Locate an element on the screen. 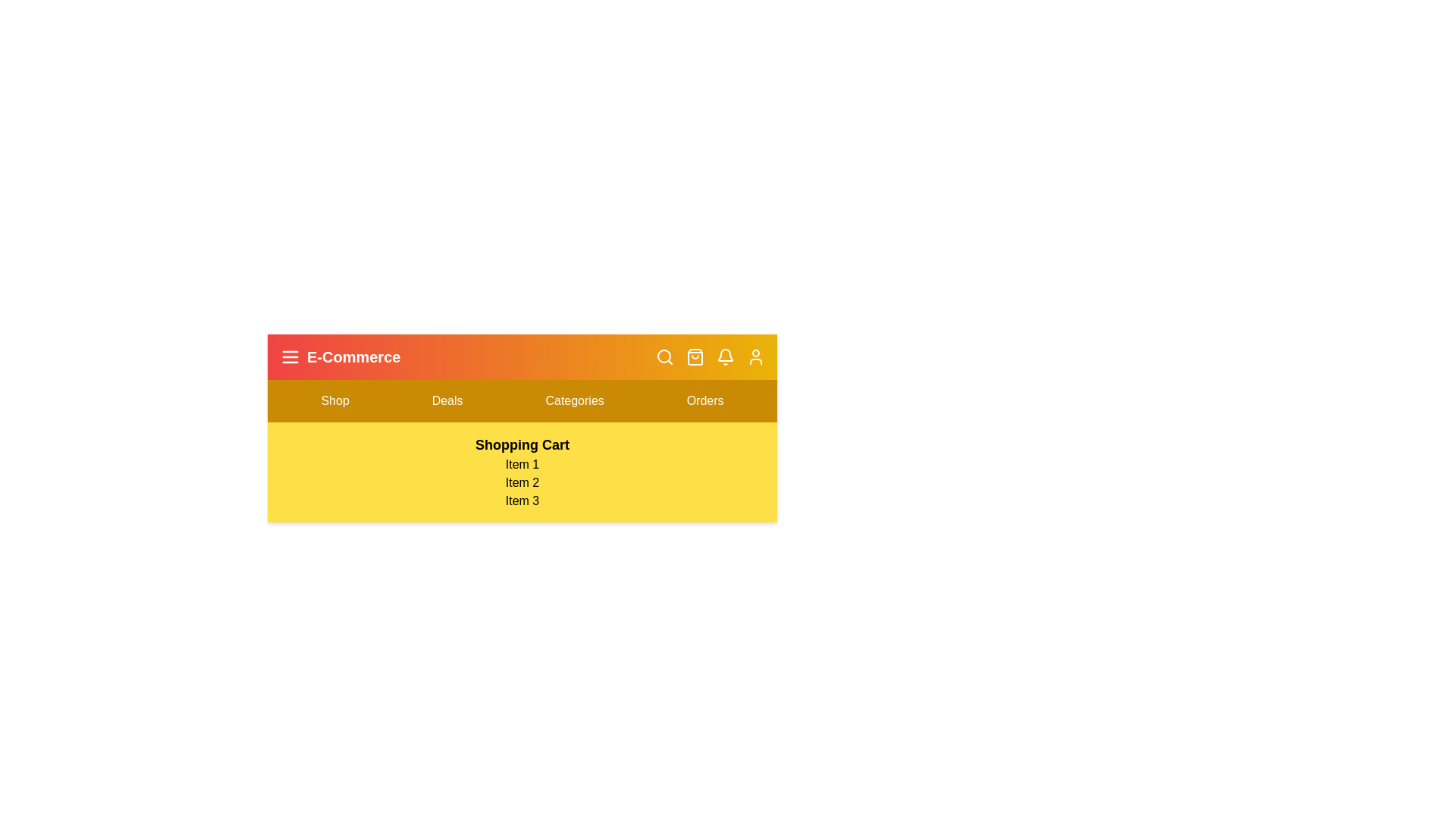  the search icon to toggle the search bar is located at coordinates (665, 356).